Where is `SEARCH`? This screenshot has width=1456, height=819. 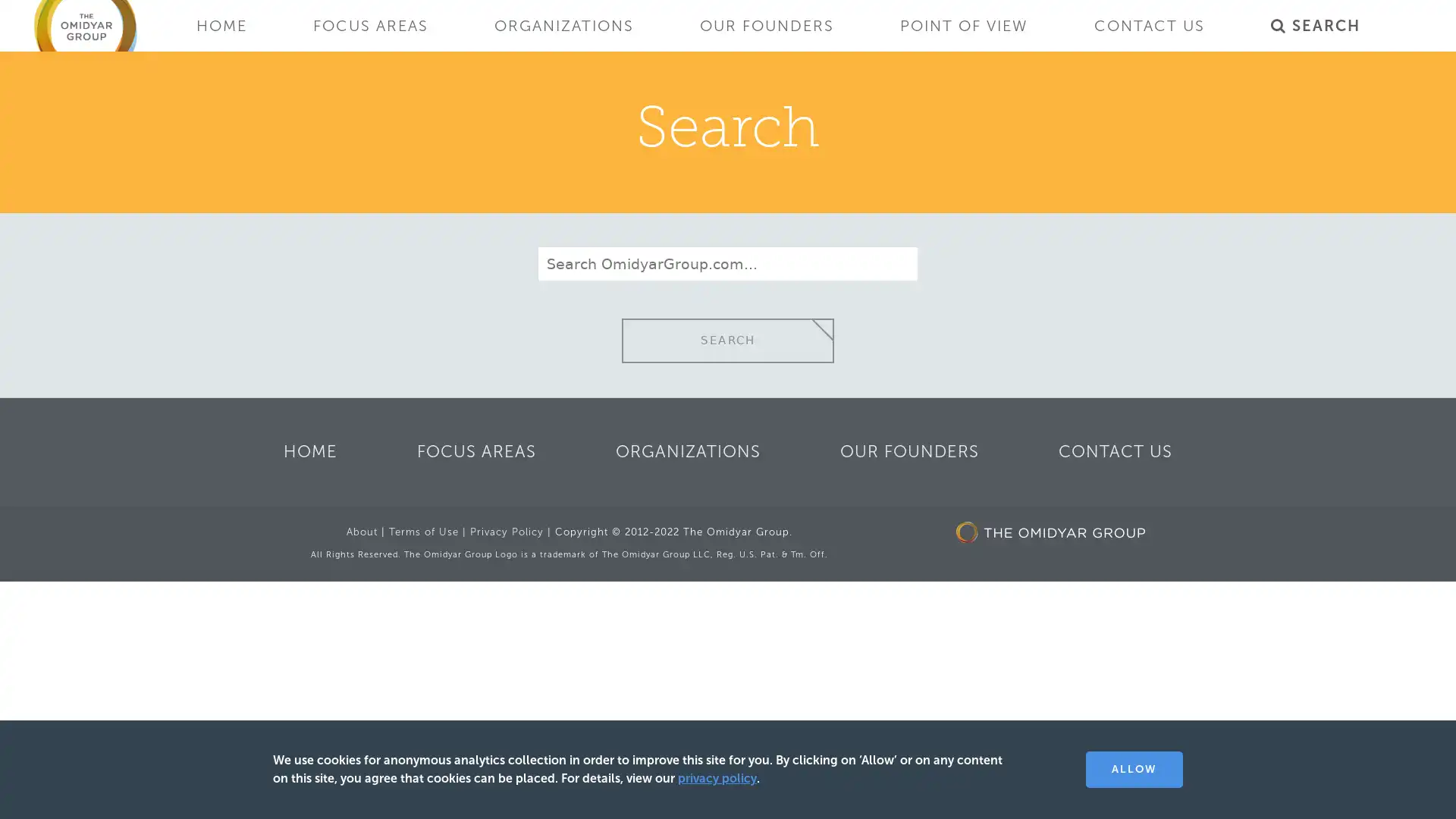 SEARCH is located at coordinates (728, 339).